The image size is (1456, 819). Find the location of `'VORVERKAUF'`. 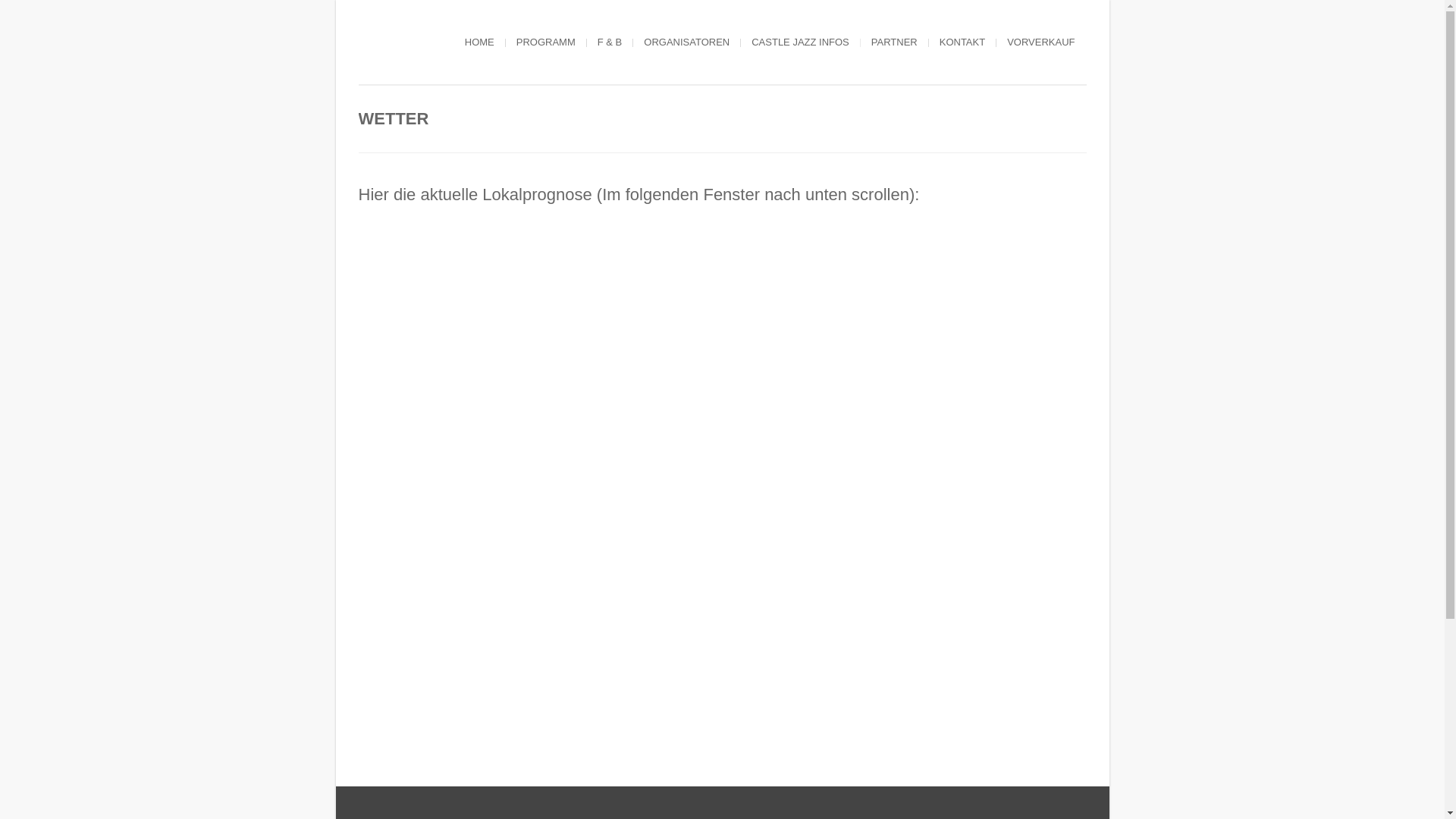

'VORVERKAUF' is located at coordinates (1040, 41).